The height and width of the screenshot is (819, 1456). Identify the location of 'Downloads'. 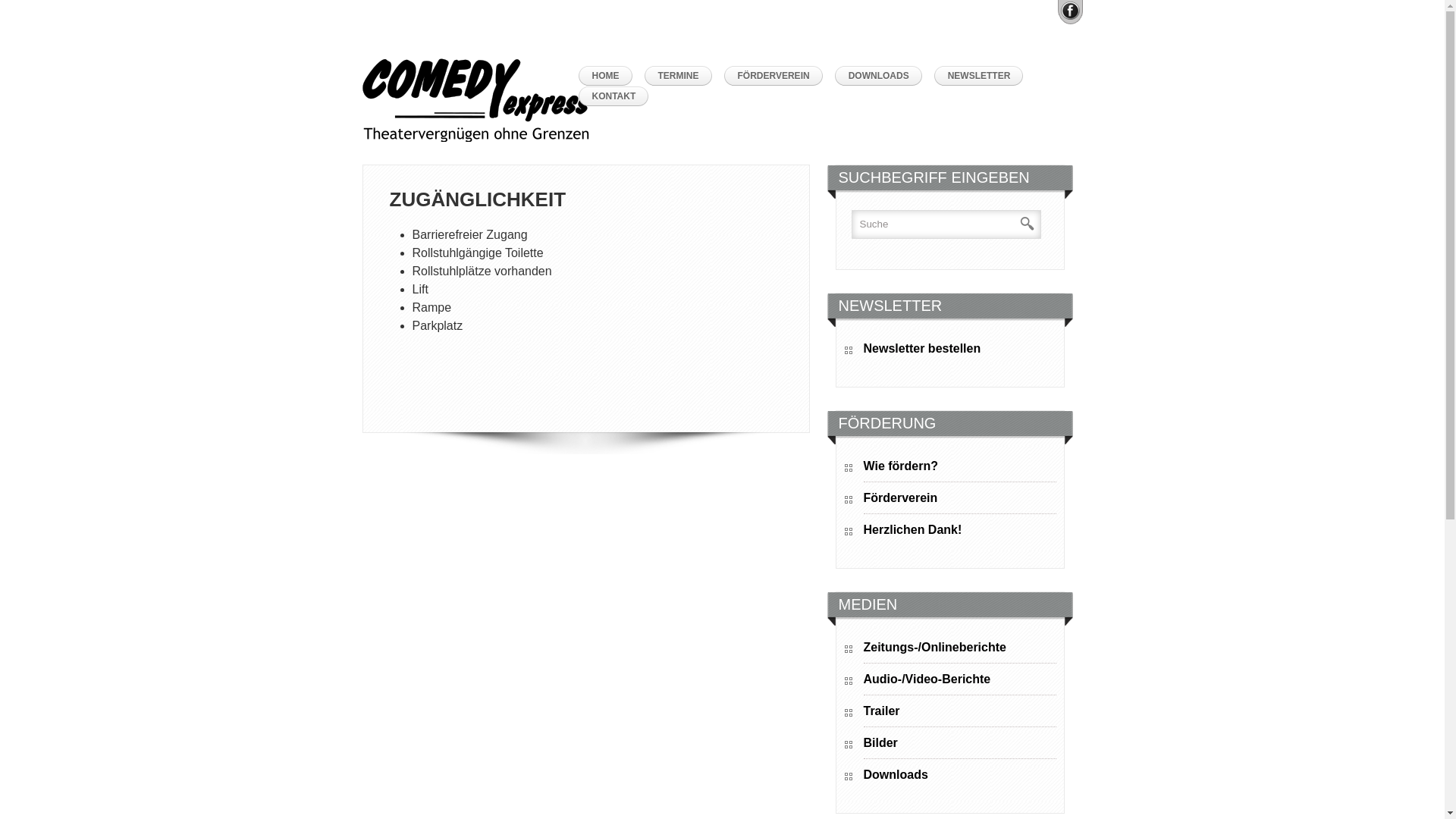
(862, 777).